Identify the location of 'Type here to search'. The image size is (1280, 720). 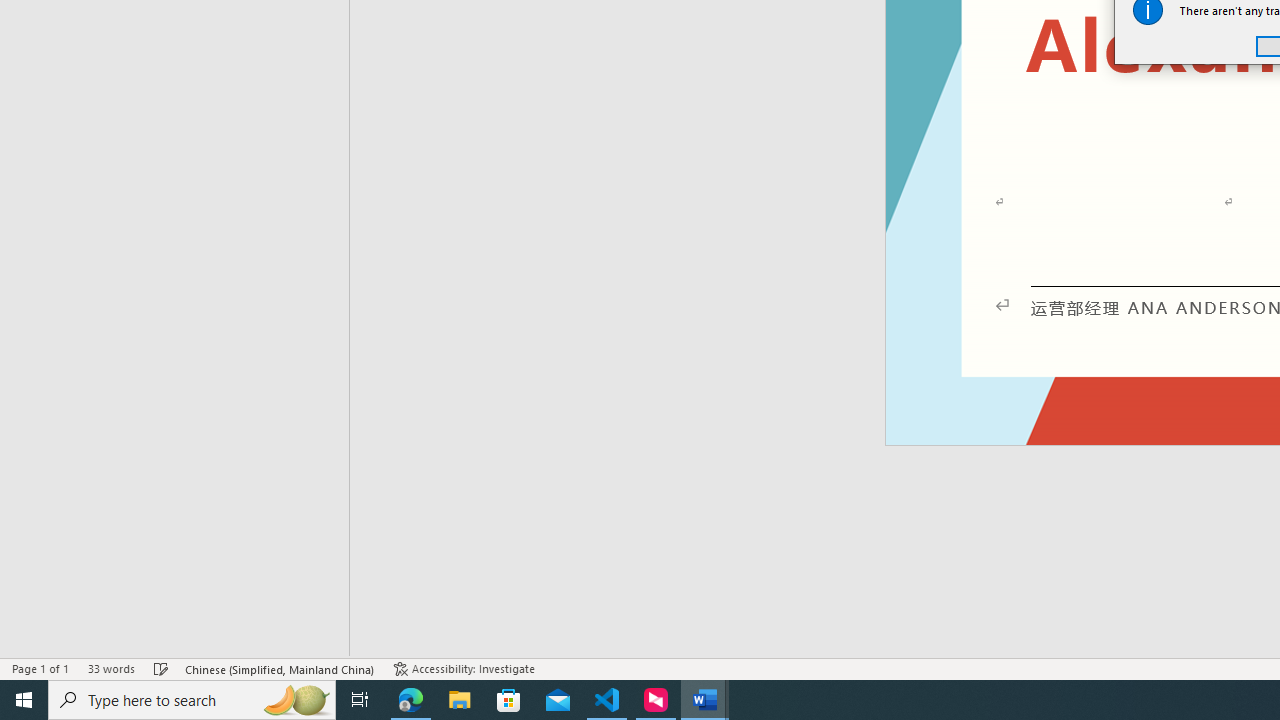
(192, 698).